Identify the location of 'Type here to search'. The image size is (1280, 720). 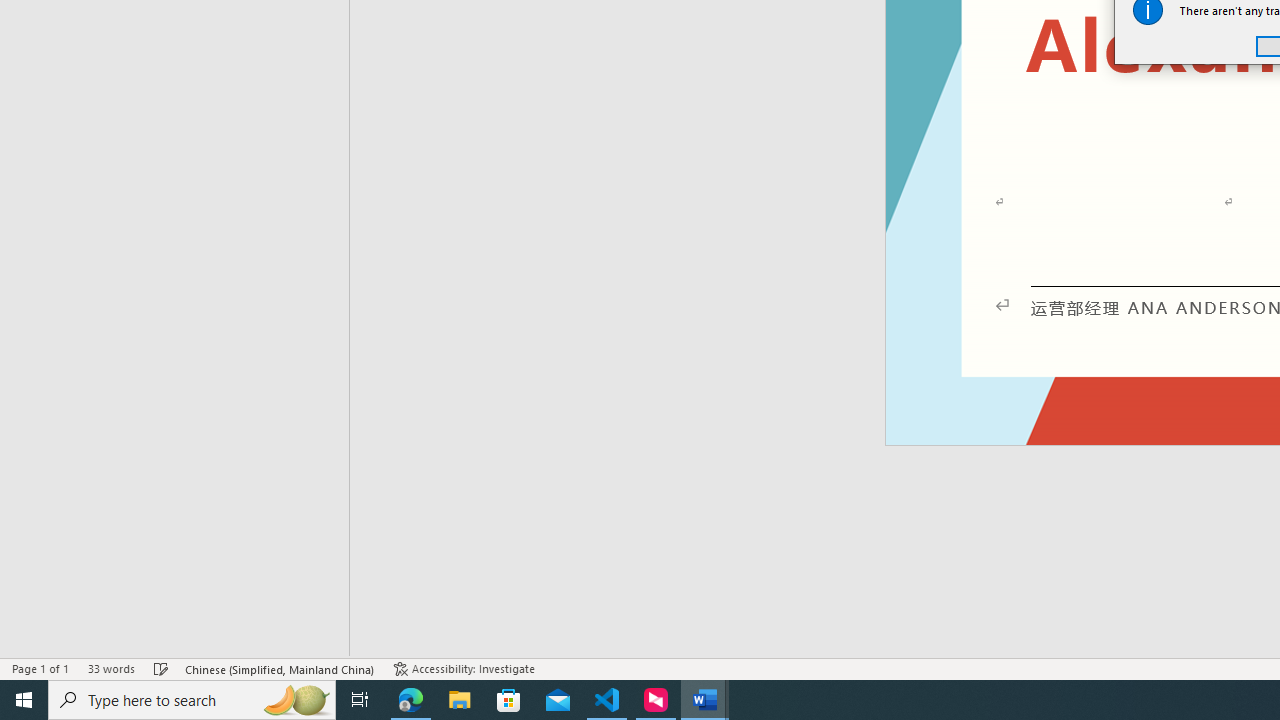
(192, 698).